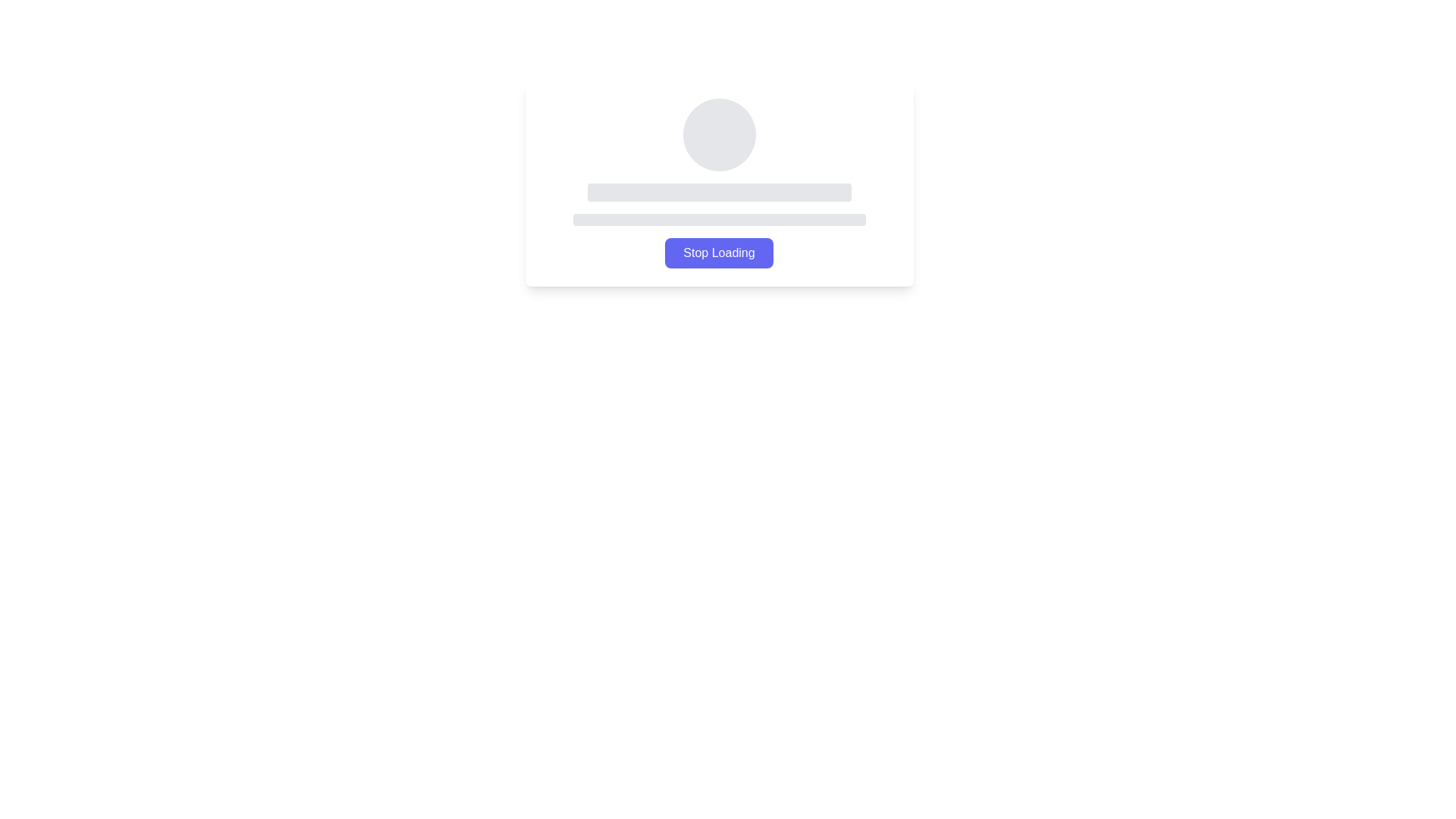  What do you see at coordinates (718, 219) in the screenshot?
I see `the skeleton loader element, which is a light gray horizontal rectangle with rounded corners, positioned below a larger rectangle and above a 'Stop Loading' button` at bounding box center [718, 219].